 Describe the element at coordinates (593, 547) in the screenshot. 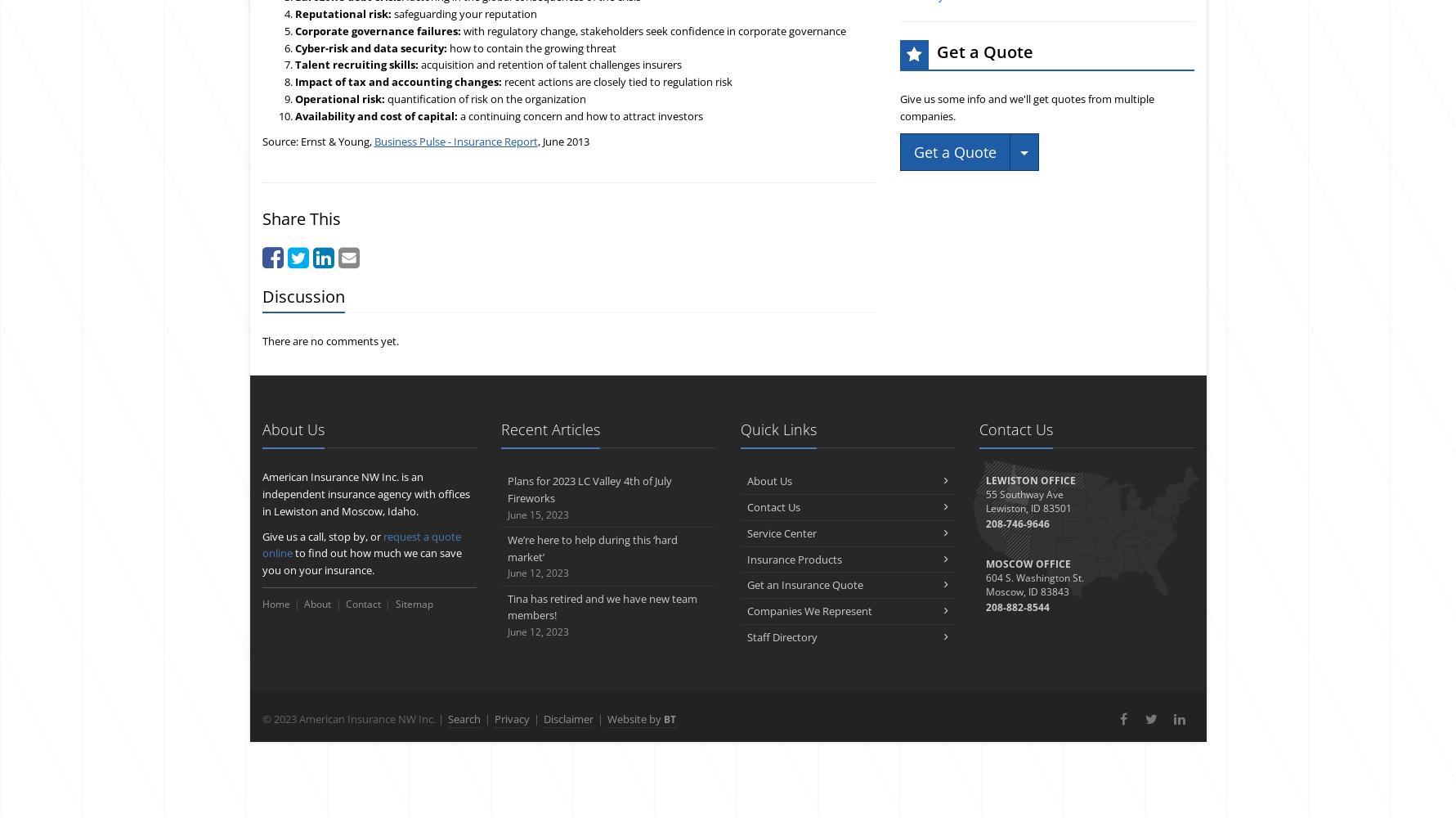

I see `'We’re here to help during this ‘hard market’'` at that location.